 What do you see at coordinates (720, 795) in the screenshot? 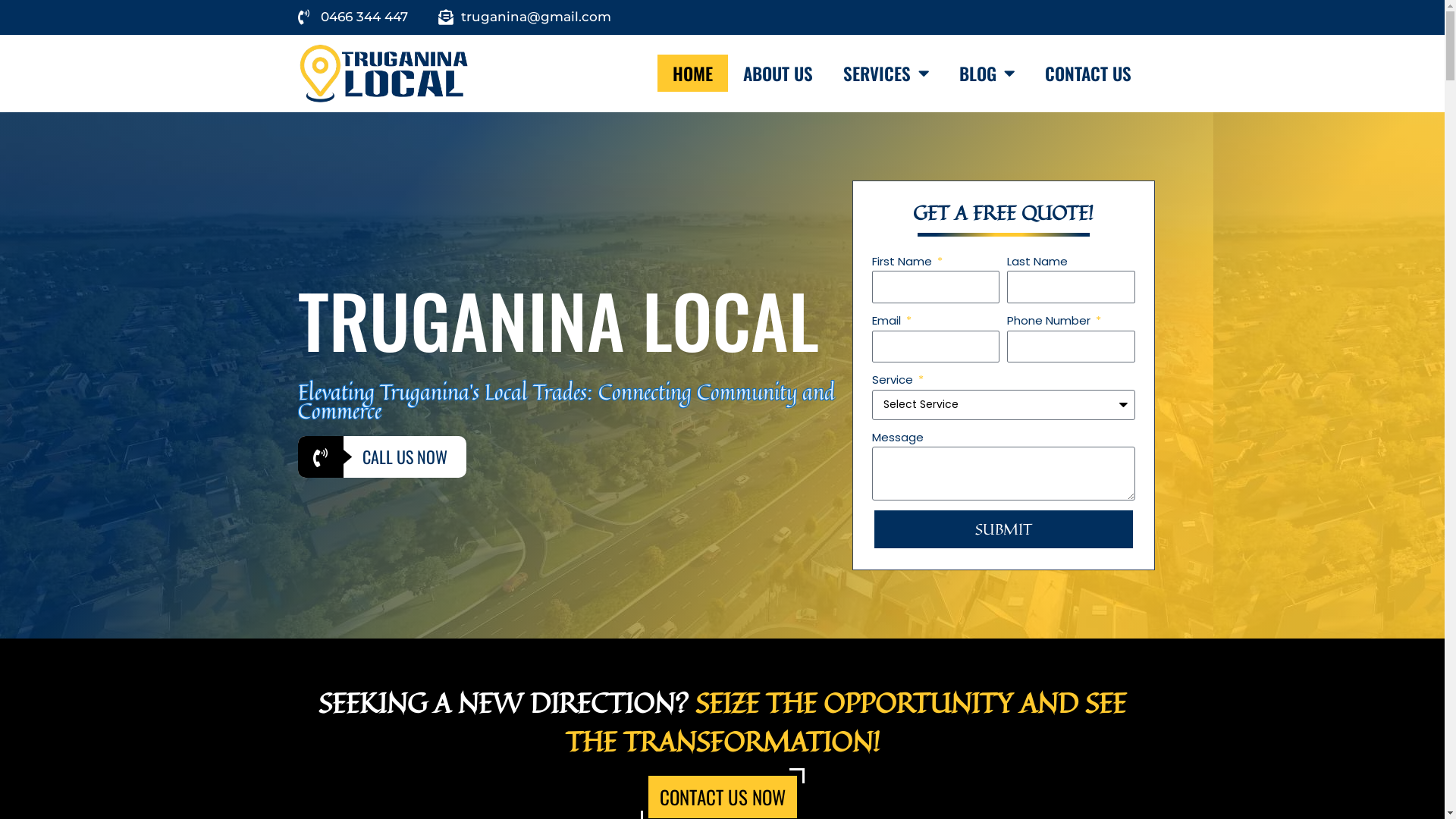
I see `'CONTACT US NOW'` at bounding box center [720, 795].